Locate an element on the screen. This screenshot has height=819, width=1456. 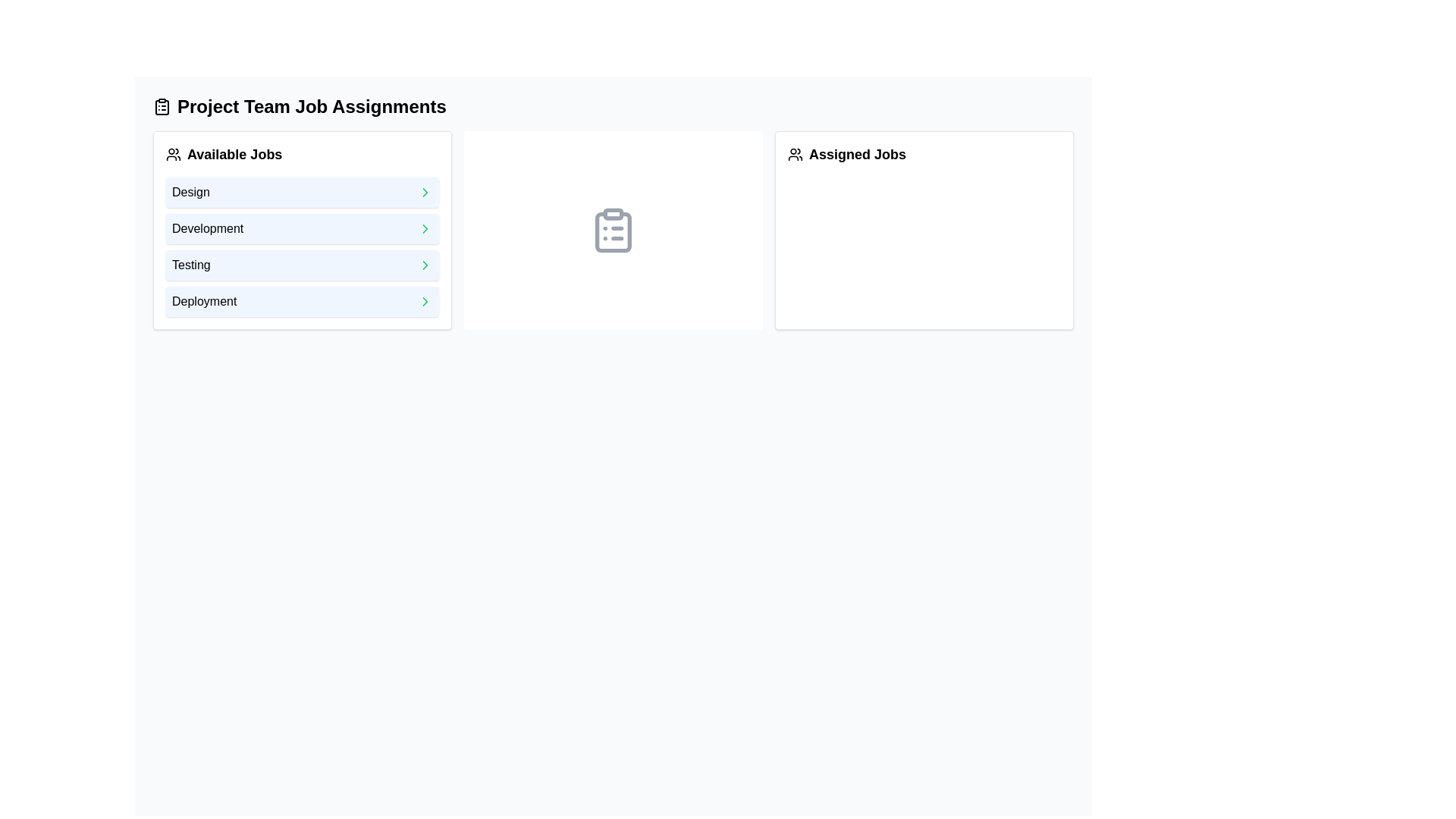
the icon that resembles a group of people, positioned to the left of the text 'Available Jobs' in the top-left section of the page is located at coordinates (174, 155).